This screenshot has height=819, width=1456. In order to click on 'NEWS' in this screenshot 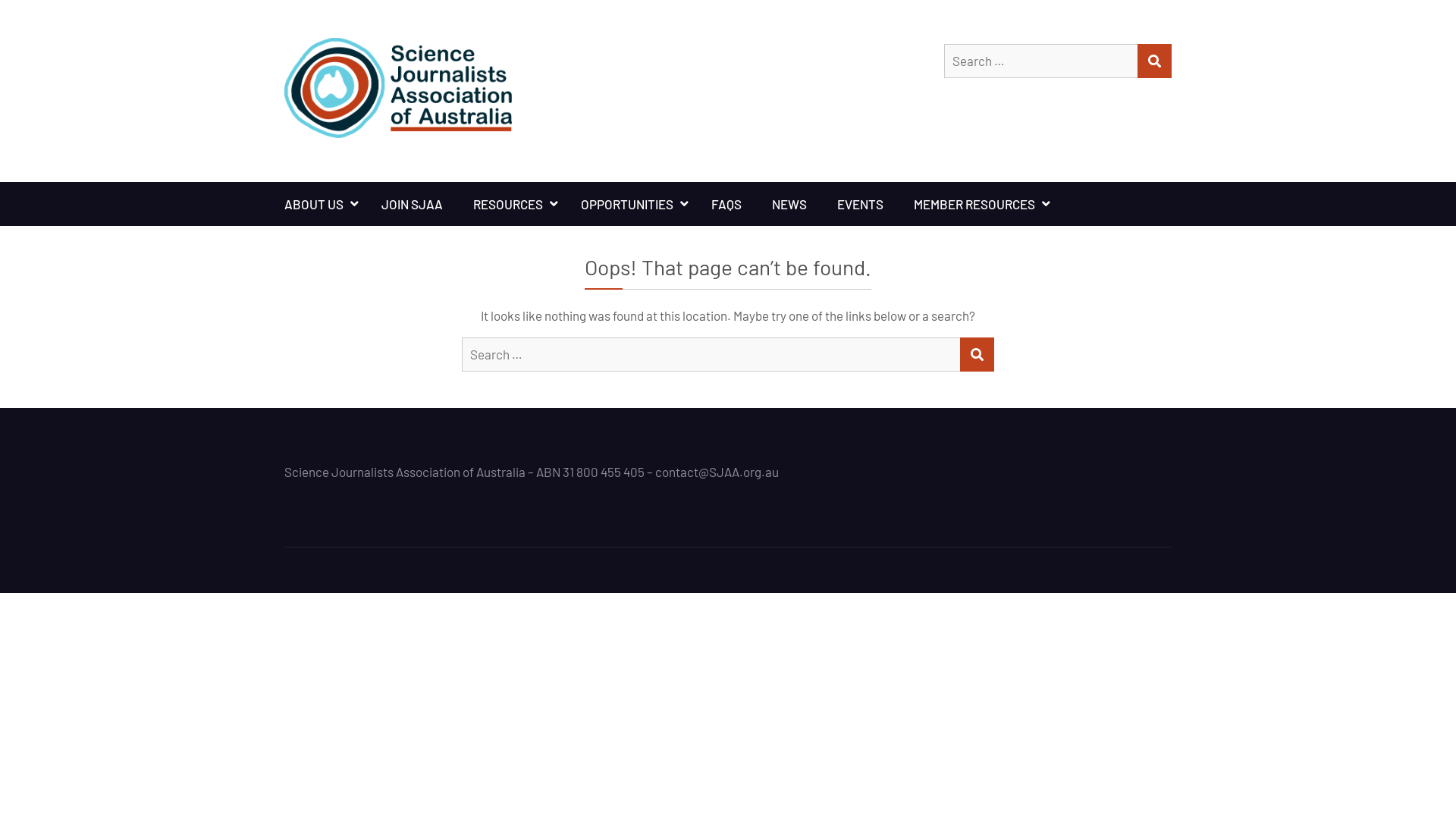, I will do `click(789, 203)`.